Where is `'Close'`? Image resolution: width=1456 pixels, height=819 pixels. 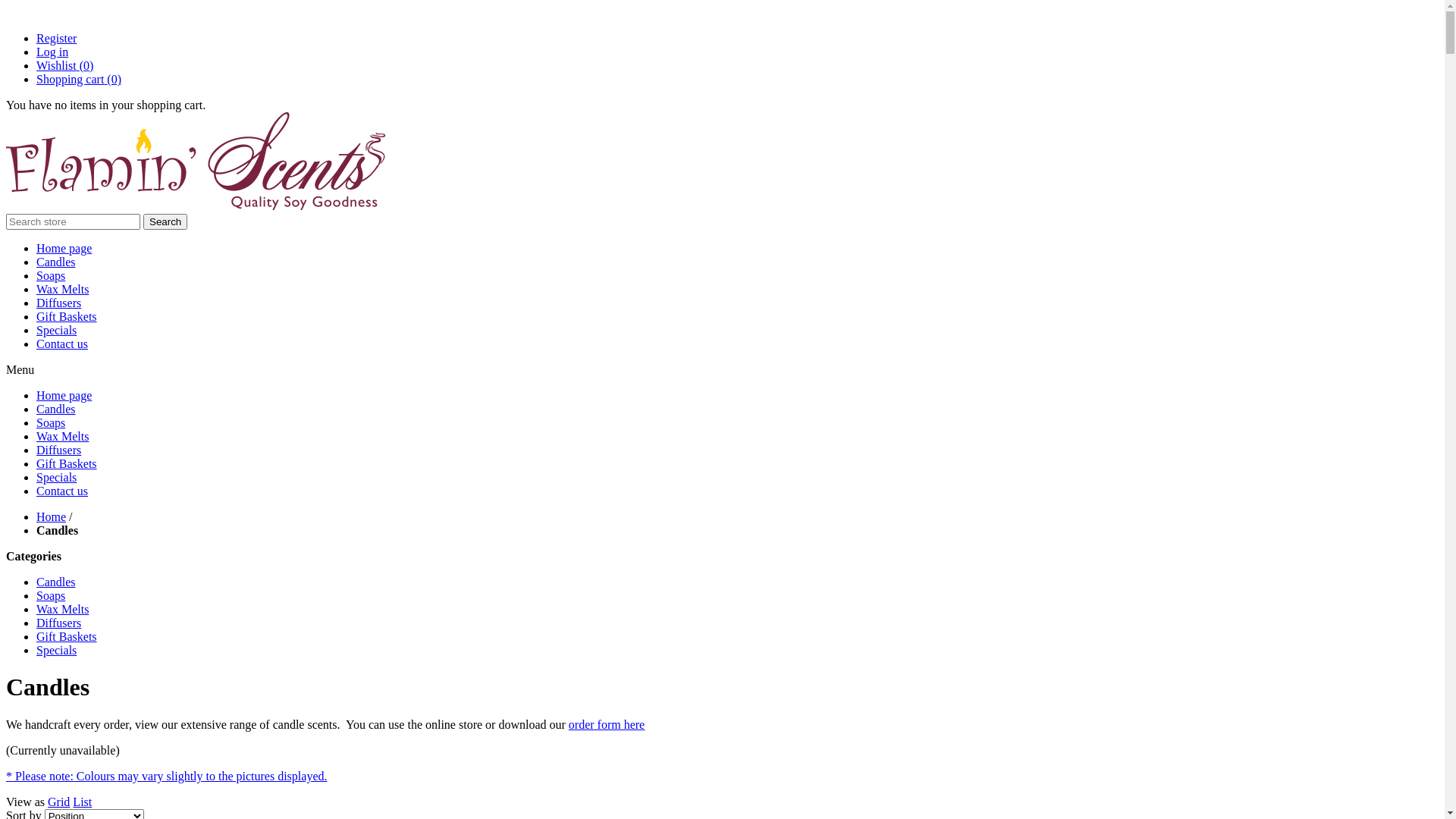 'Close' is located at coordinates (7, 12).